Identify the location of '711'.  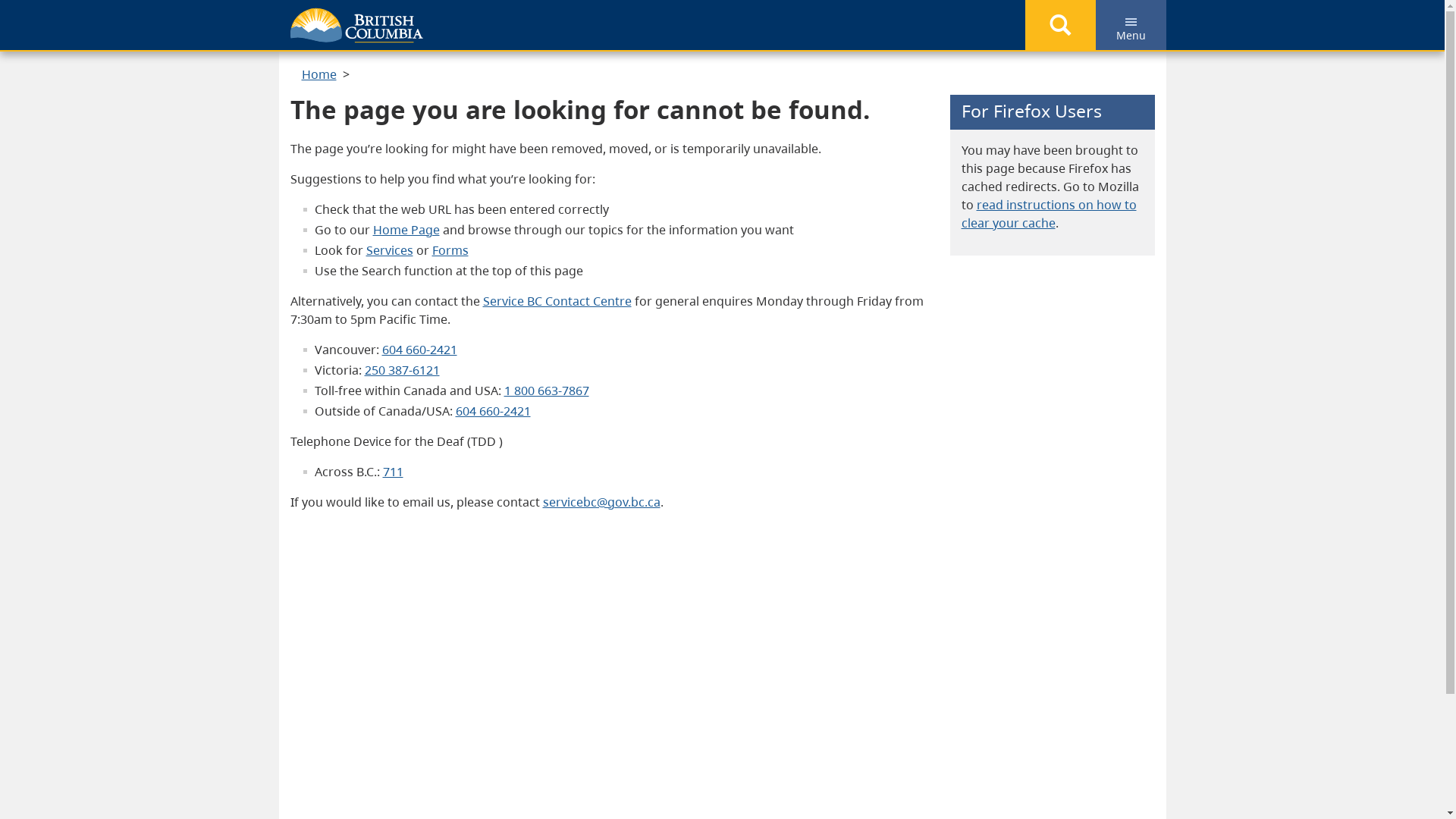
(392, 470).